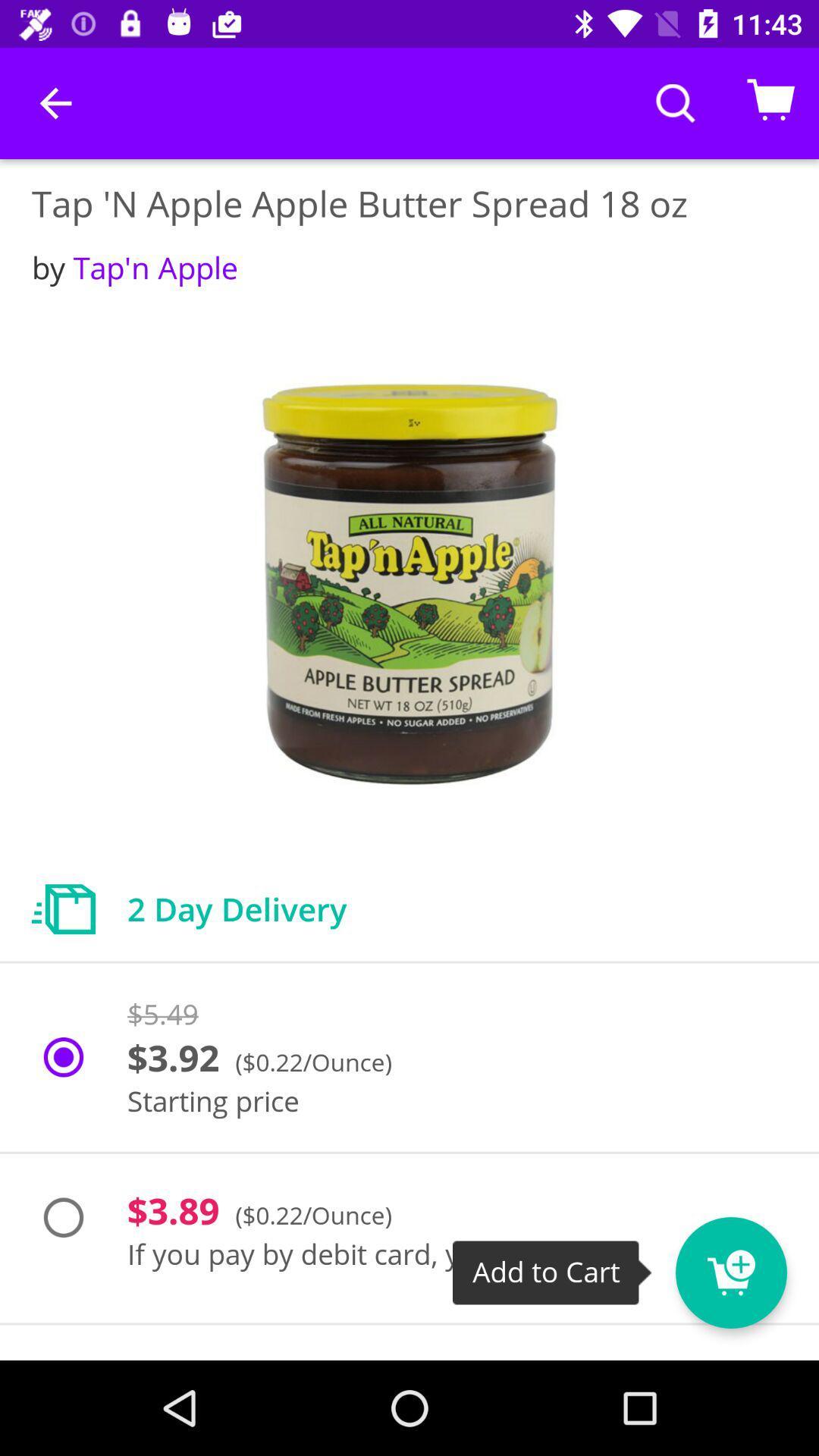 The image size is (819, 1456). I want to click on the item below the by tap n item, so click(409, 585).